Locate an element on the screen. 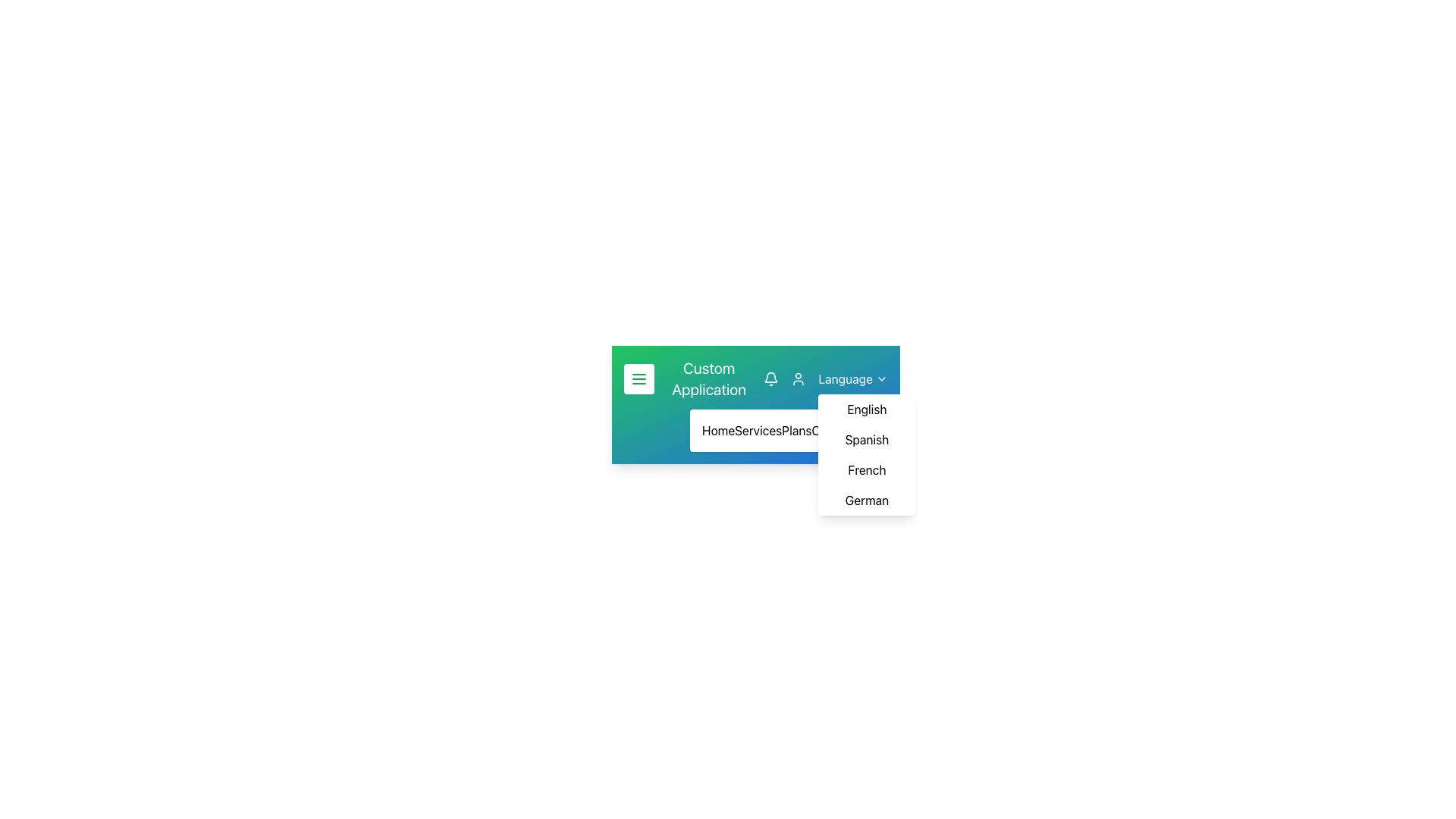 This screenshot has width=1456, height=819. the third entry in the language selection dropdown menu, which represents the option to change the application language to French is located at coordinates (867, 469).